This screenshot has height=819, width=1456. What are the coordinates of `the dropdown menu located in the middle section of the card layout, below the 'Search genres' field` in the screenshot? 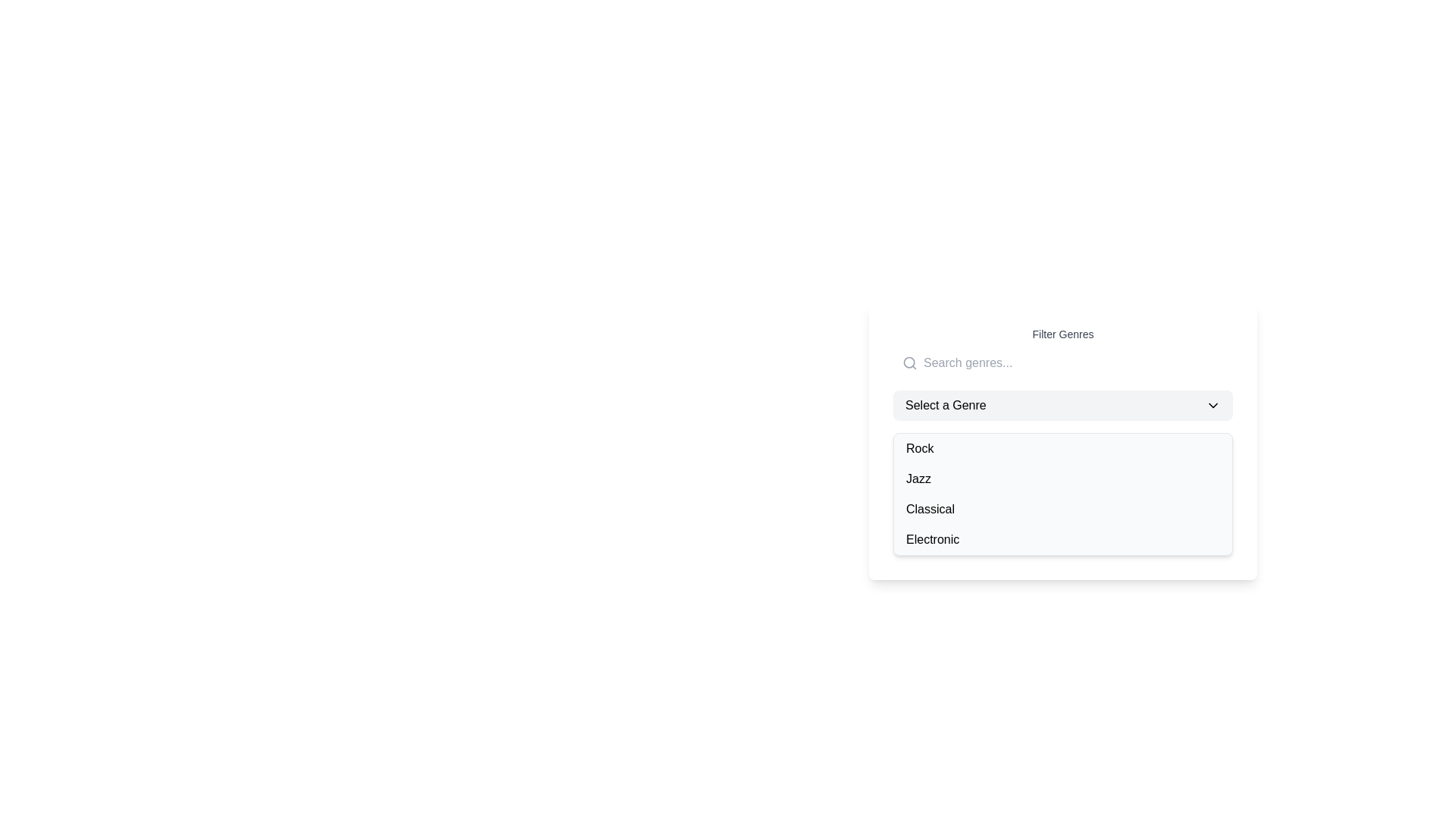 It's located at (1062, 405).